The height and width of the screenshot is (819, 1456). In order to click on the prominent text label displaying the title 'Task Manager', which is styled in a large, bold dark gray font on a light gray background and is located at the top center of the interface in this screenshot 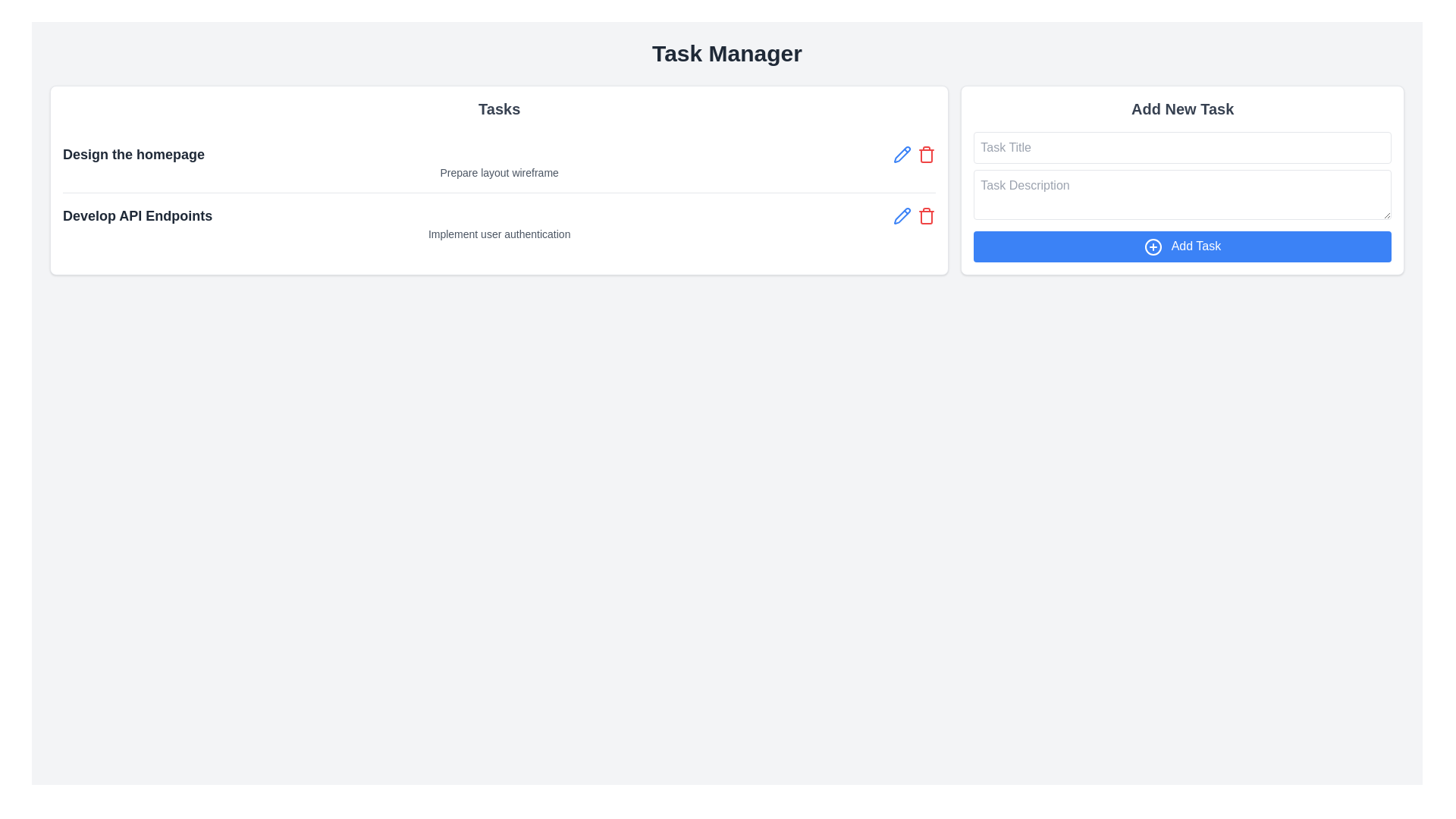, I will do `click(726, 52)`.